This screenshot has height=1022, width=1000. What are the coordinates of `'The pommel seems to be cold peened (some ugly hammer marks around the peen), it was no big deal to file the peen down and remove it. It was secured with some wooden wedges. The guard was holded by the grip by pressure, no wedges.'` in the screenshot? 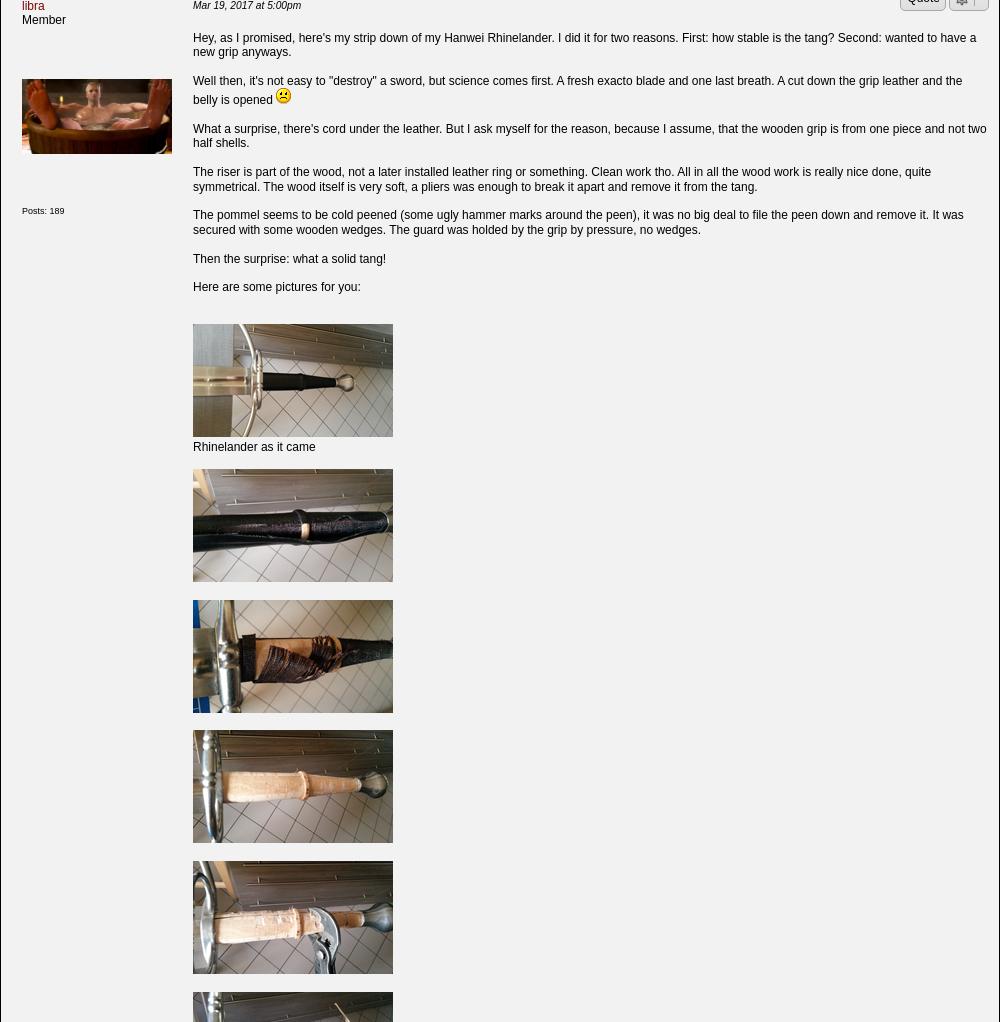 It's located at (577, 220).